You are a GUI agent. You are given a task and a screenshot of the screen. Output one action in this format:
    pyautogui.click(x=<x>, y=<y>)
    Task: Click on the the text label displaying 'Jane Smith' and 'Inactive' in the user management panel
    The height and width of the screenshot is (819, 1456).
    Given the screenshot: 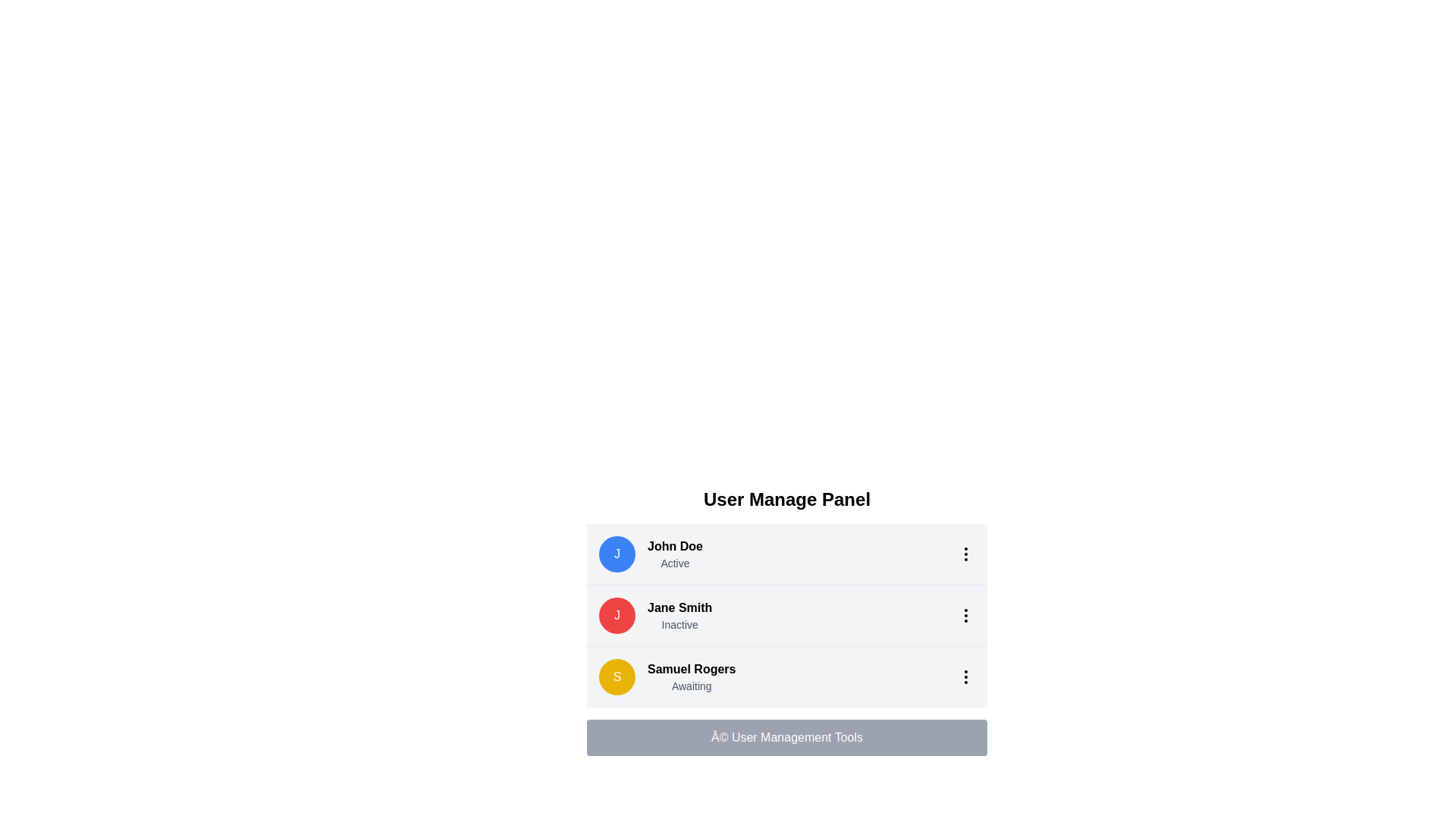 What is the action you would take?
    pyautogui.click(x=679, y=616)
    